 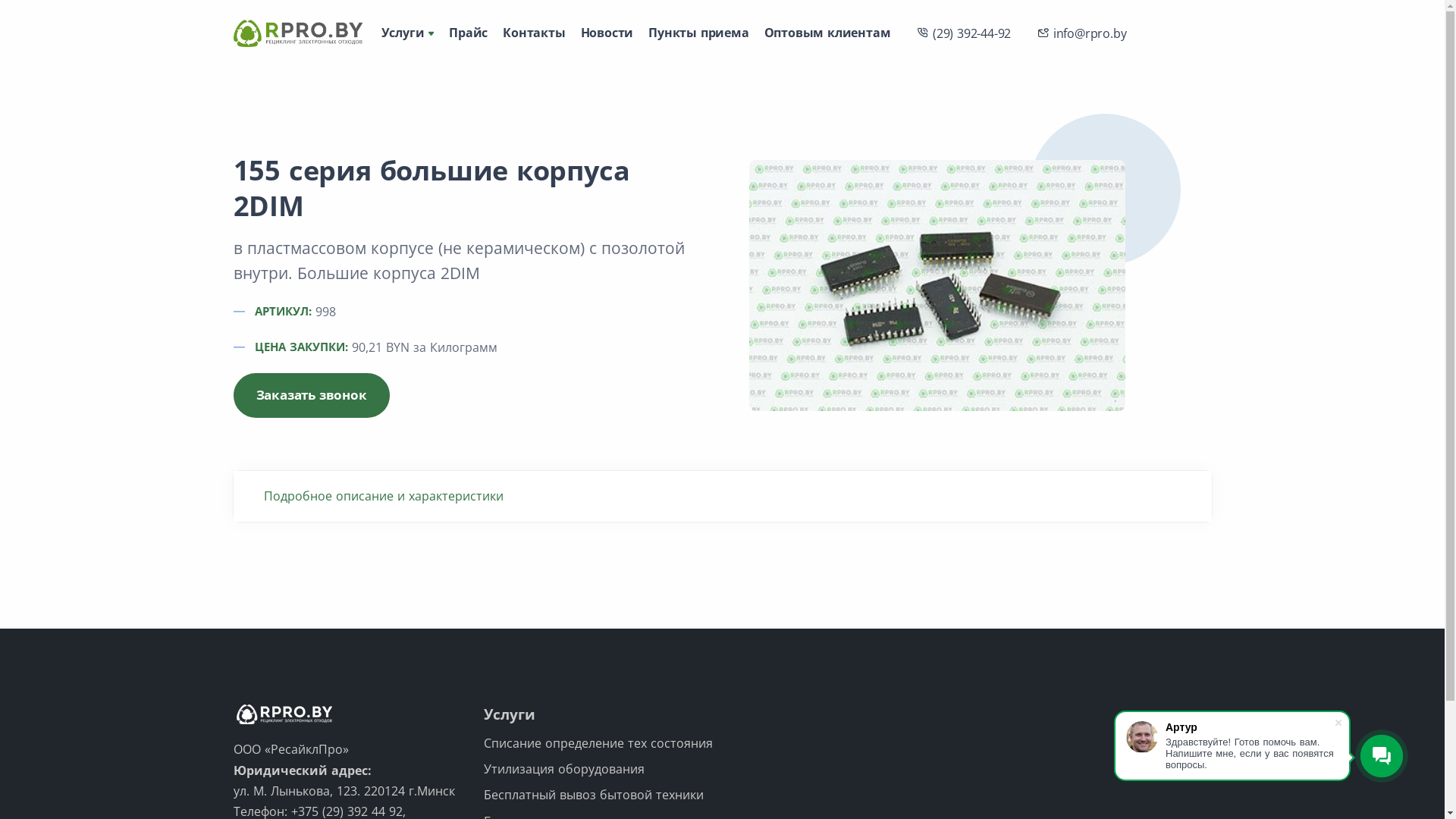 What do you see at coordinates (963, 33) in the screenshot?
I see `'(29) 392-44-92'` at bounding box center [963, 33].